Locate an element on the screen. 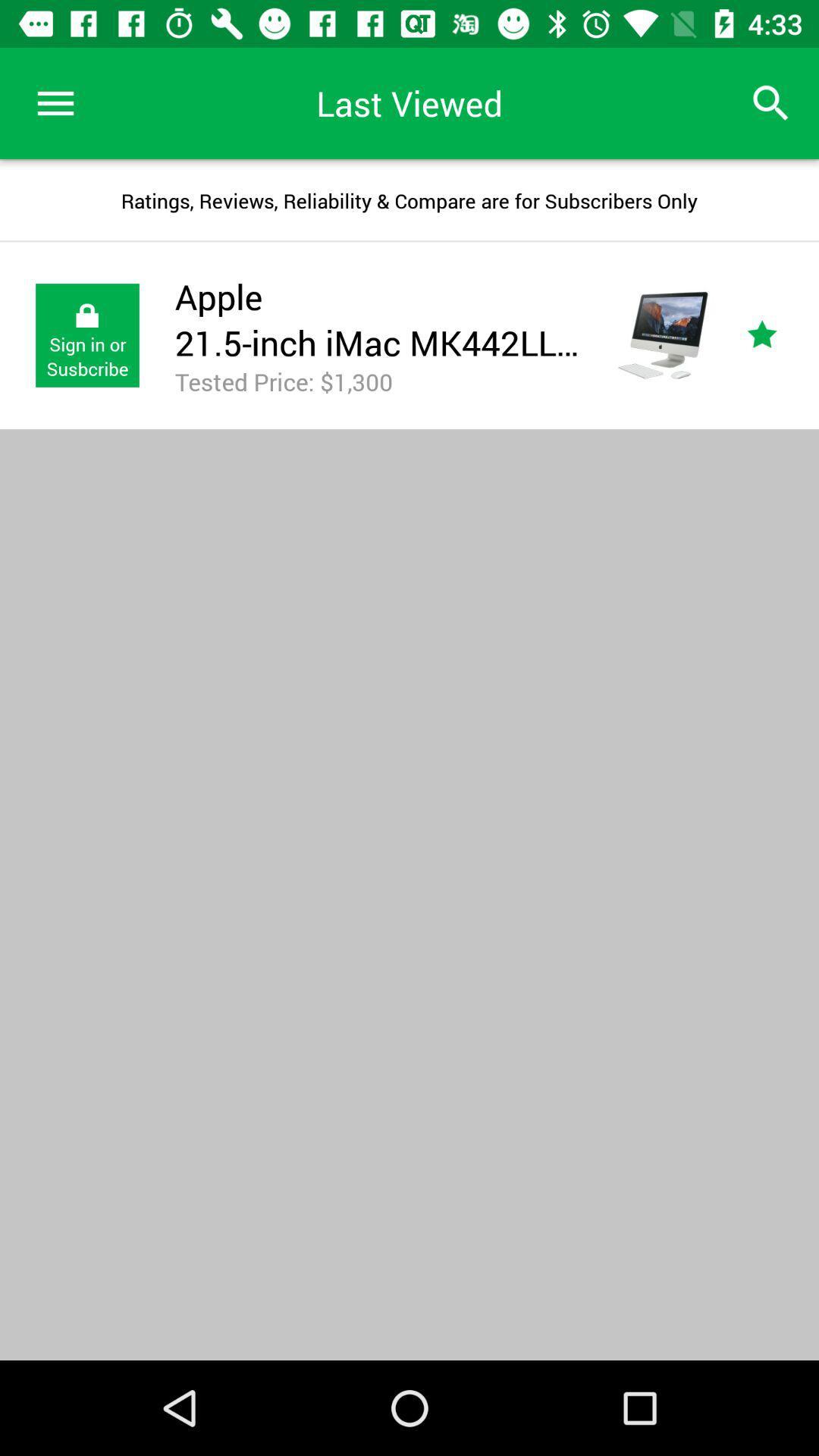 This screenshot has width=819, height=1456. rating symbol is located at coordinates (779, 334).